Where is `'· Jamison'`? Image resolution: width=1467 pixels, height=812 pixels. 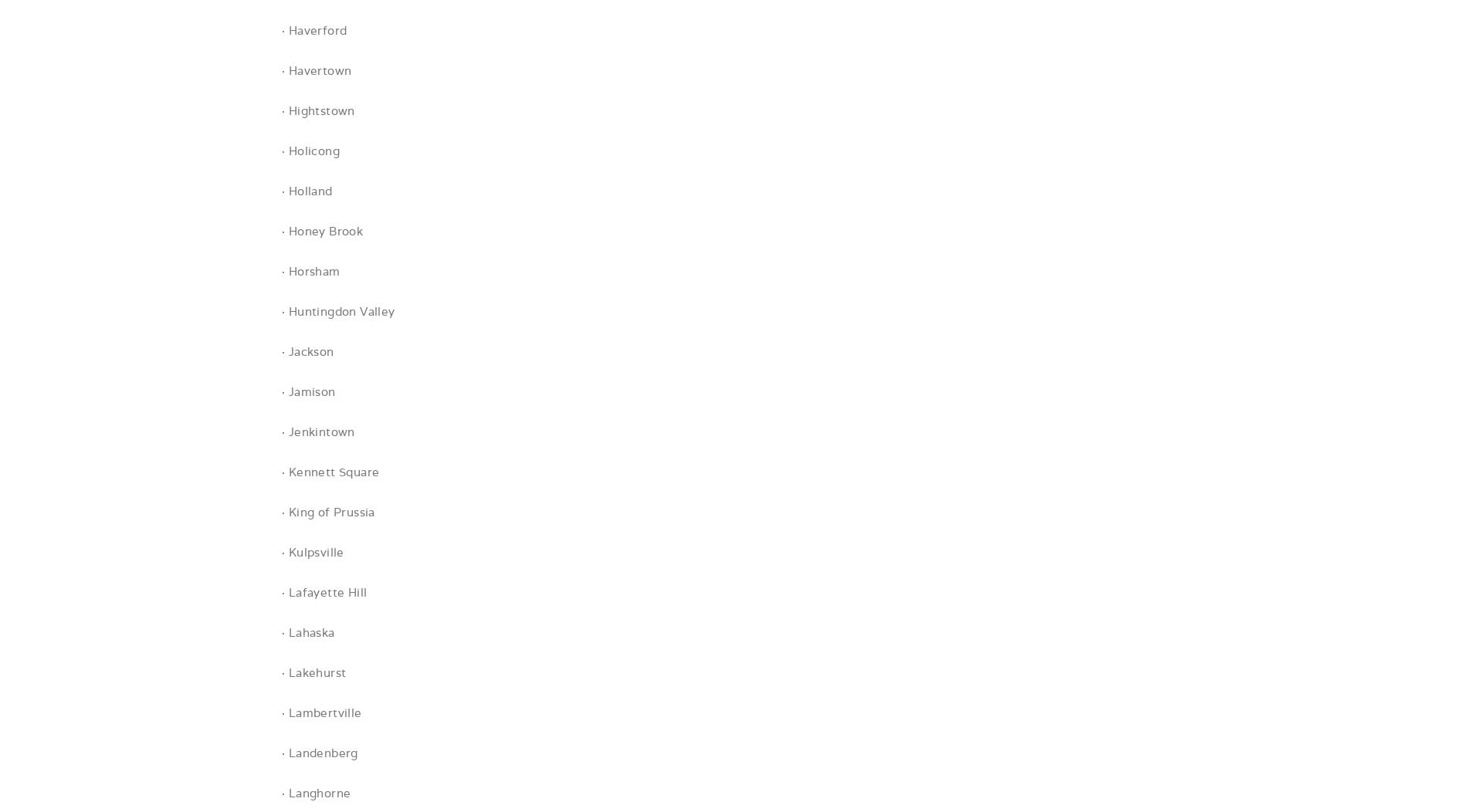
'· Jamison' is located at coordinates (307, 391).